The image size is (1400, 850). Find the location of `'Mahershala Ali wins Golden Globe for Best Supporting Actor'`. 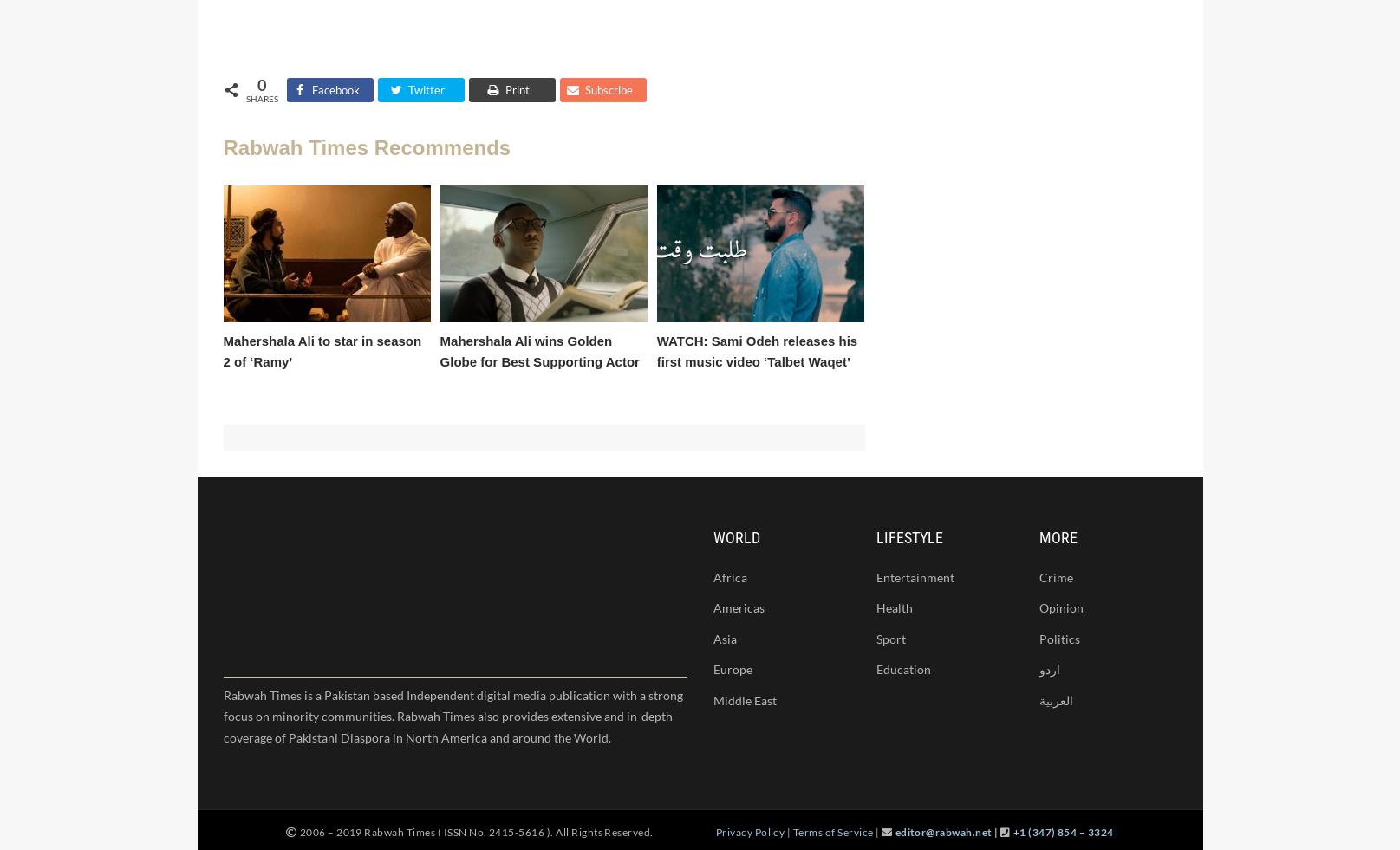

'Mahershala Ali wins Golden Globe for Best Supporting Actor' is located at coordinates (538, 350).